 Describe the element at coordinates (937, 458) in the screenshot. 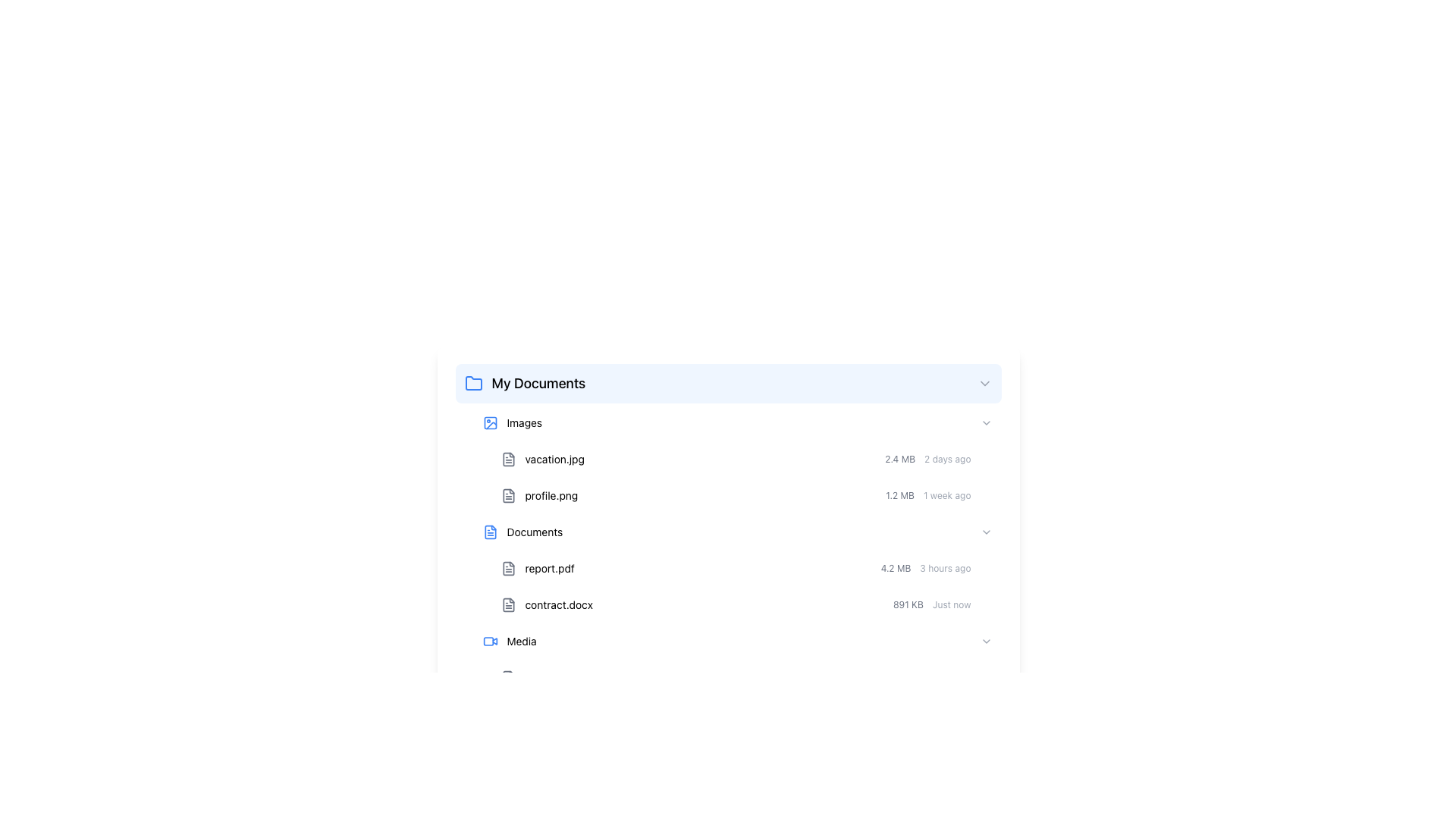

I see `the Text Label displaying '2.4 MB' and '2 days ago', which is positioned to the right of the 'vacation.jpg' filename in the file listing interface` at that location.